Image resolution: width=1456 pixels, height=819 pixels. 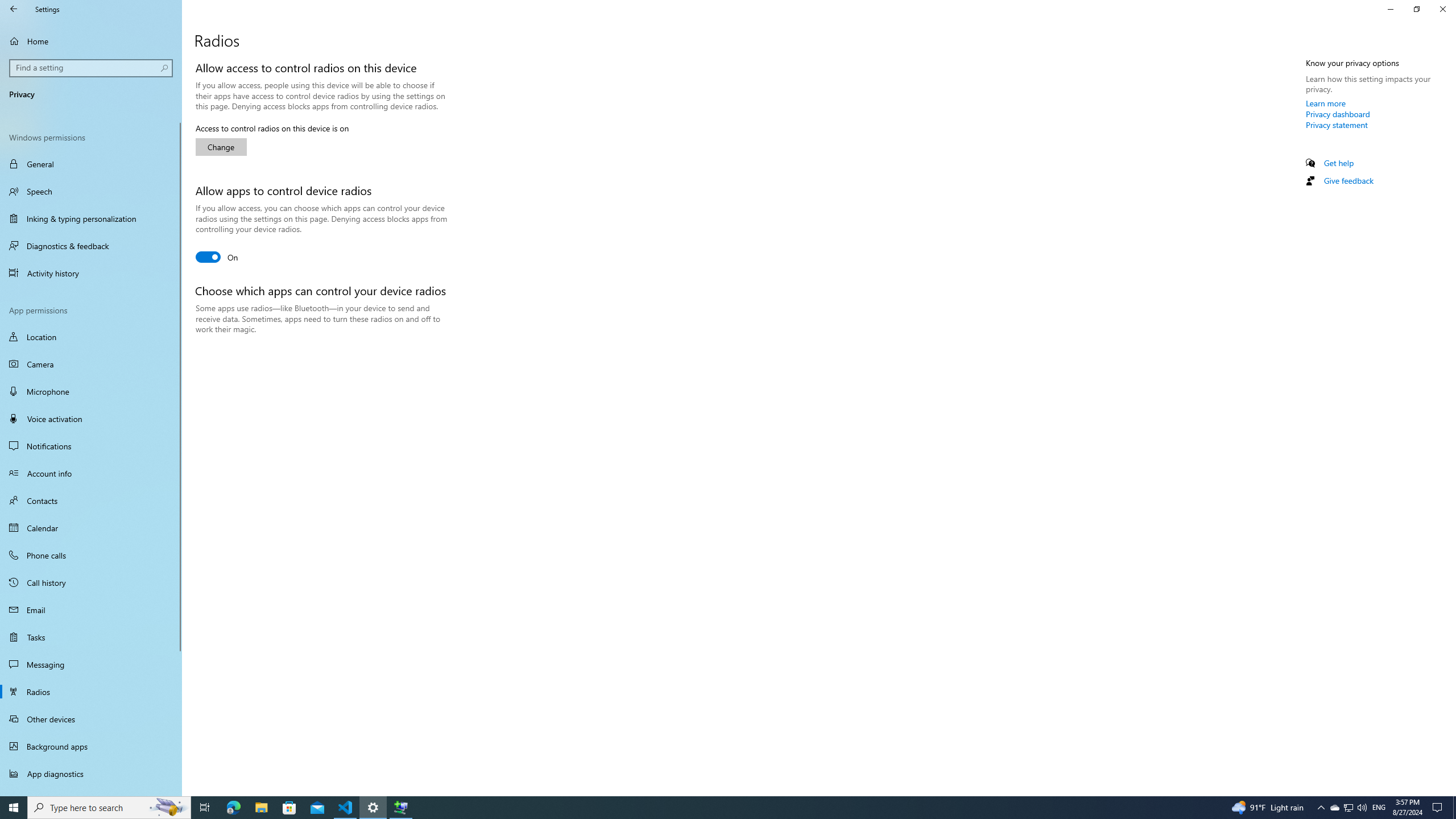 What do you see at coordinates (1361, 806) in the screenshot?
I see `'Q2790: 100%'` at bounding box center [1361, 806].